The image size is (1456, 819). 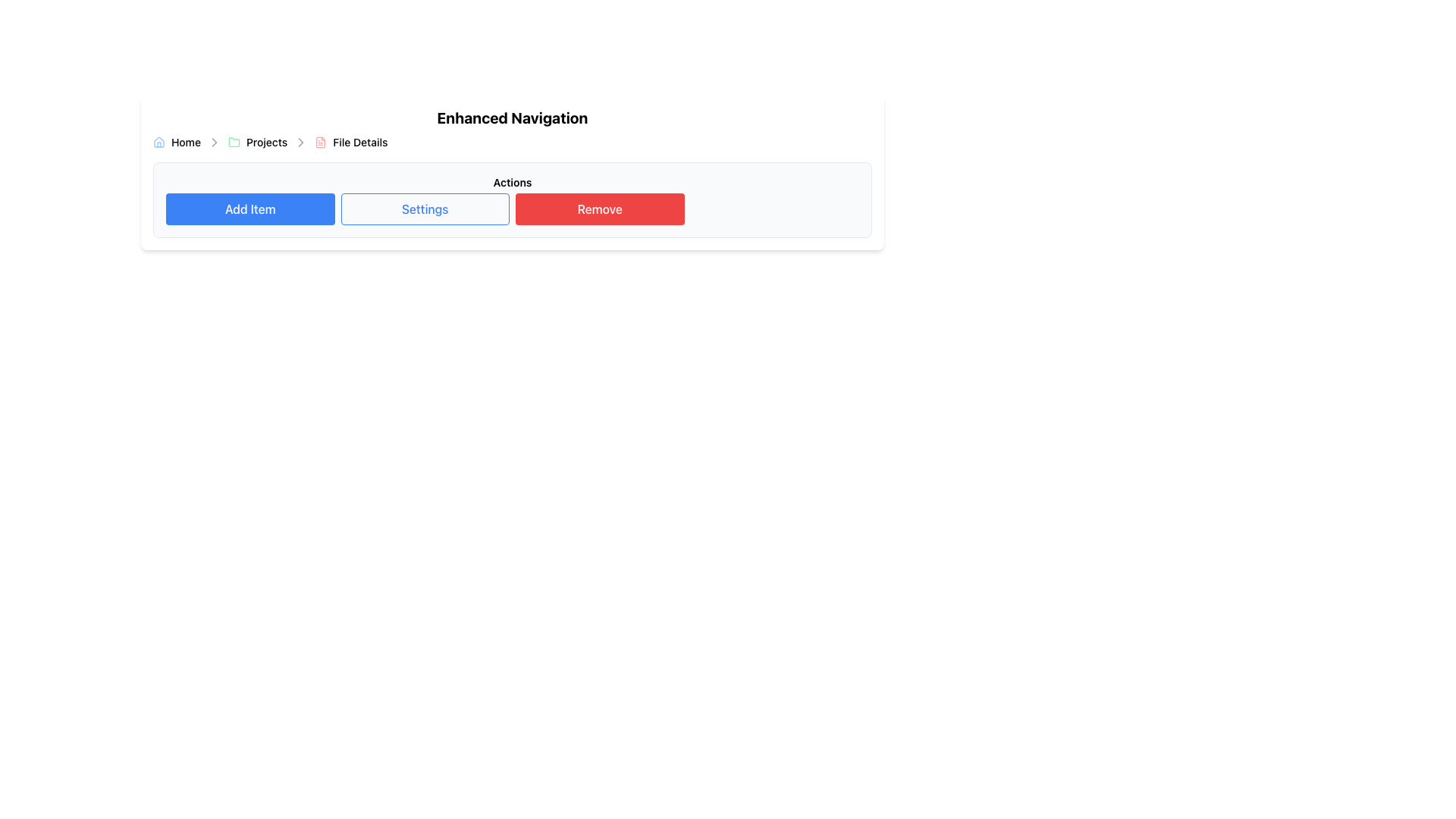 I want to click on the second arrow separator in the breadcrumb navigation, which visually indicates the hierarchy between 'Home' and 'Projects', so click(x=214, y=143).